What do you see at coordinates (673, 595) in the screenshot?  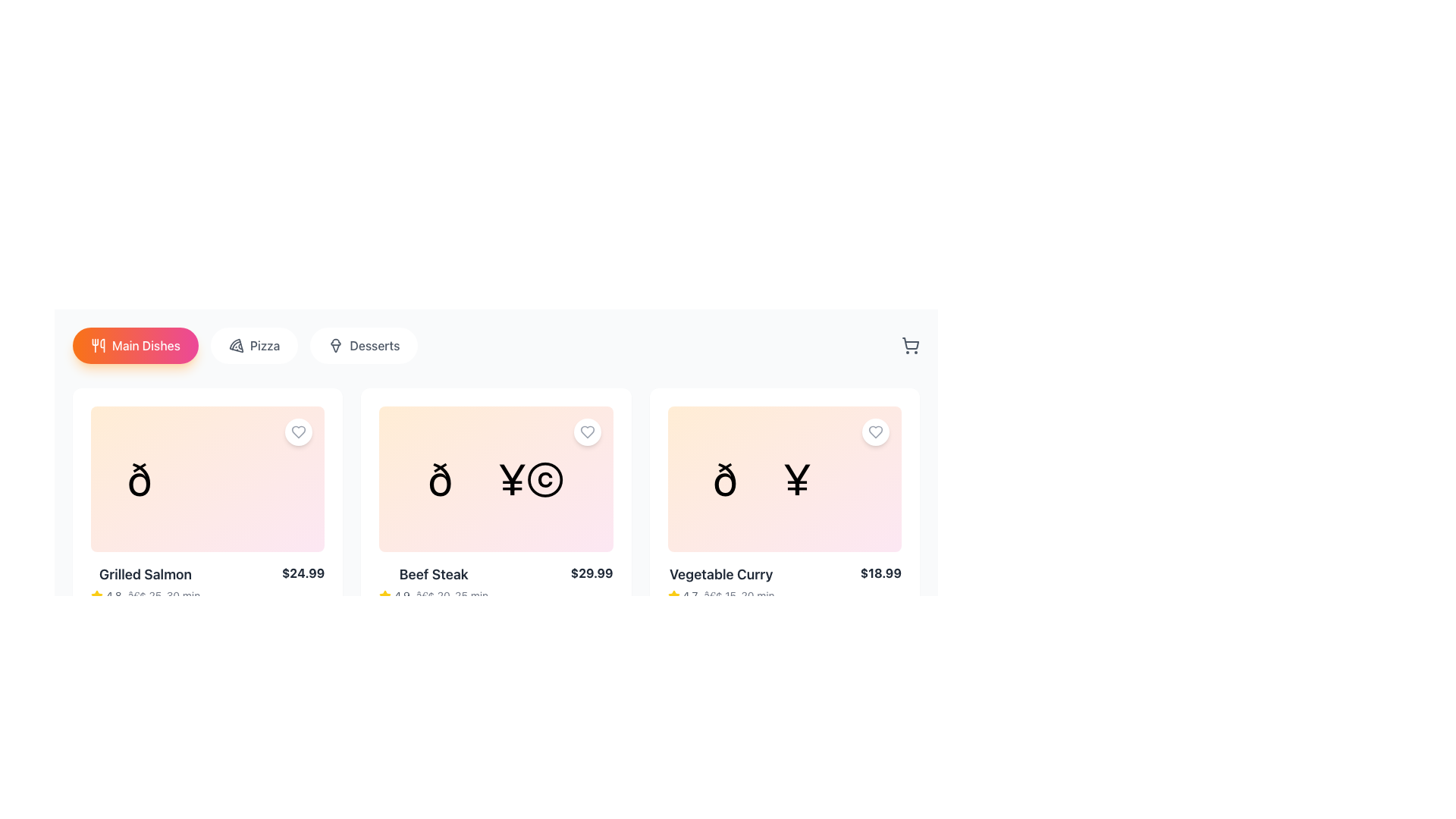 I see `the star icon in the bottom left corner of the 'Vegetable Curry' card to interact with the rating or favorite system` at bounding box center [673, 595].